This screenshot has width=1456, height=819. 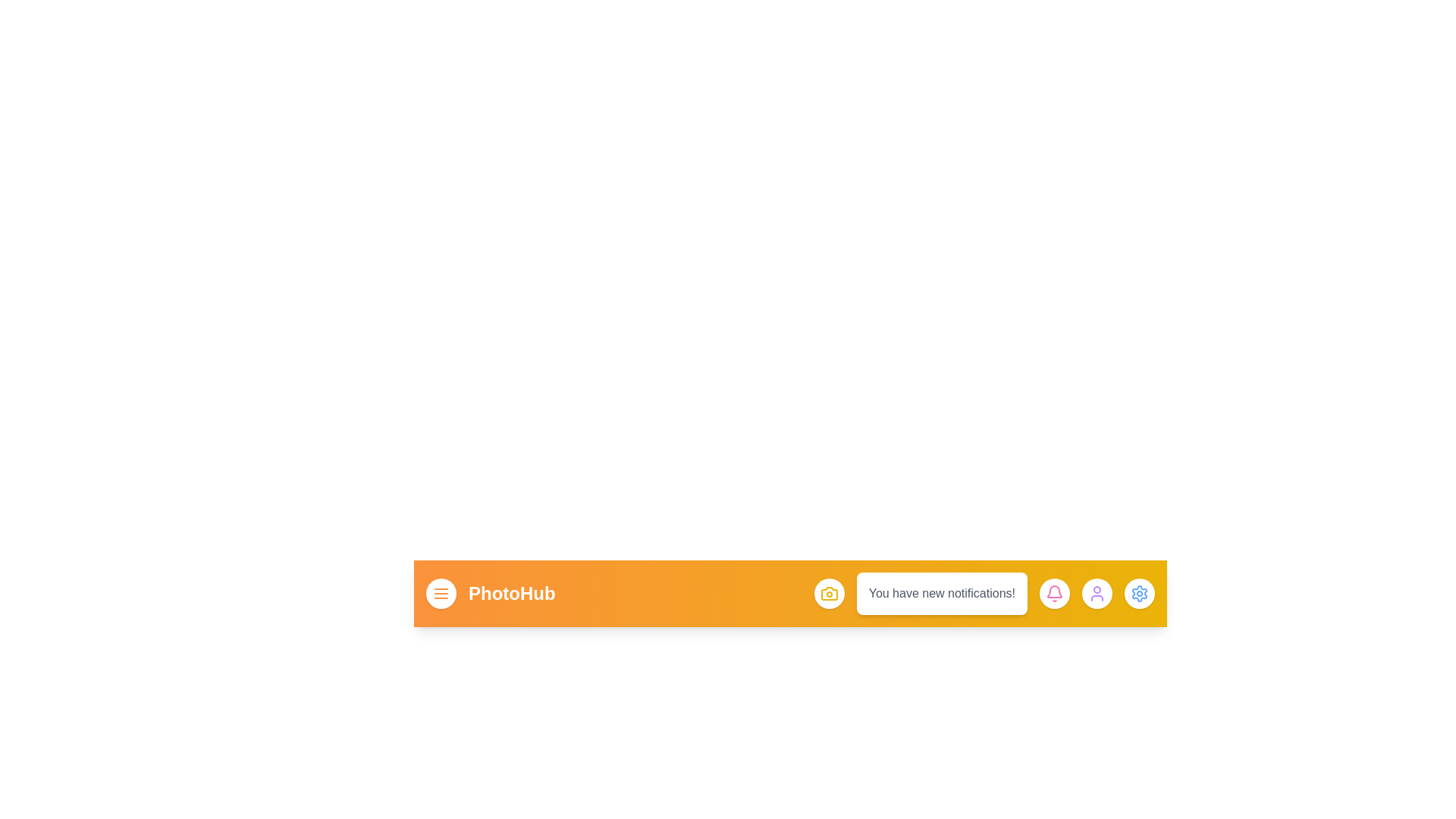 What do you see at coordinates (828, 593) in the screenshot?
I see `the camera button to capture a photo` at bounding box center [828, 593].